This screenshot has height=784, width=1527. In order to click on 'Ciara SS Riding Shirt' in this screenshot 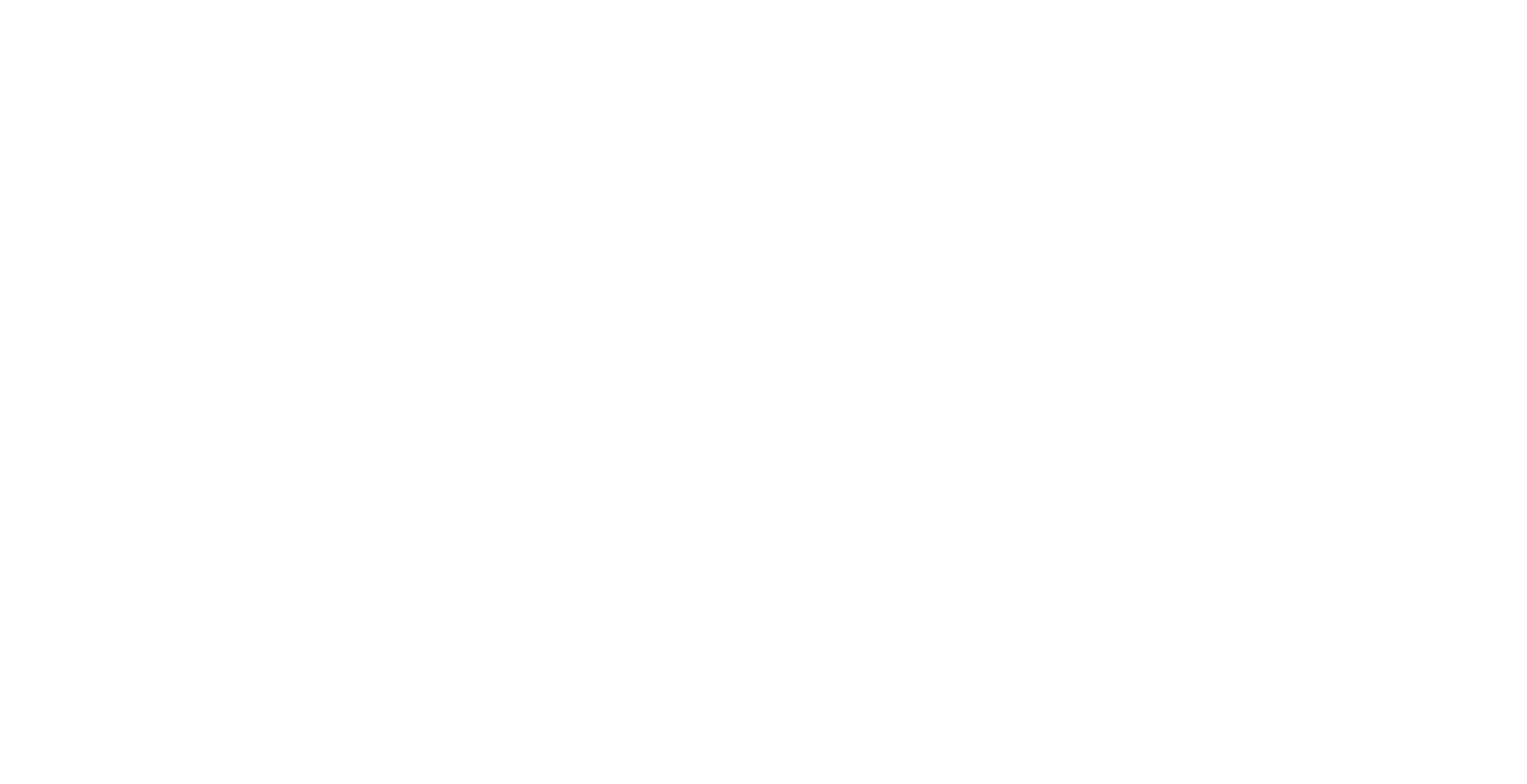, I will do `click(921, 307)`.